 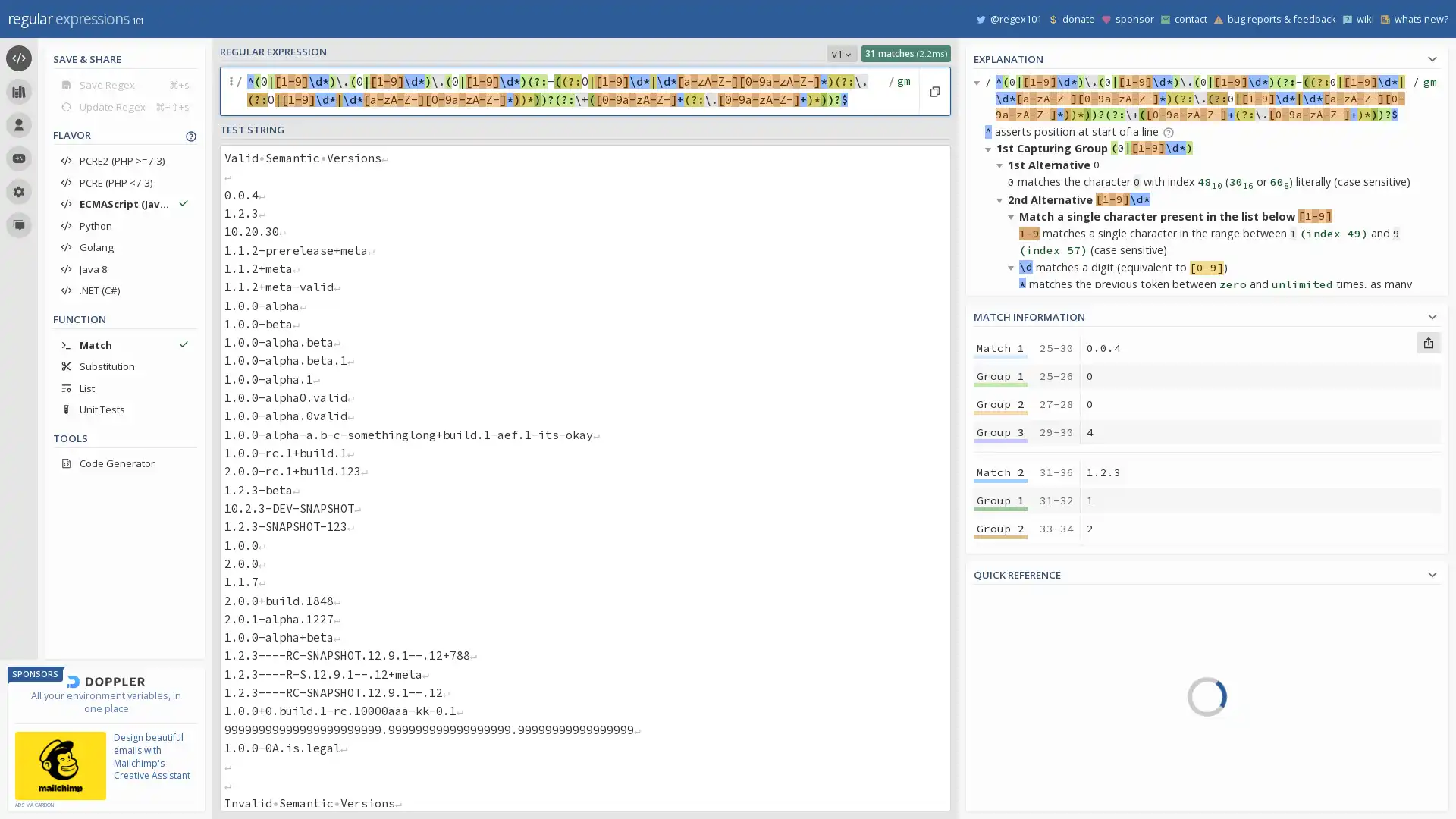 What do you see at coordinates (1000, 500) in the screenshot?
I see `Group 1` at bounding box center [1000, 500].